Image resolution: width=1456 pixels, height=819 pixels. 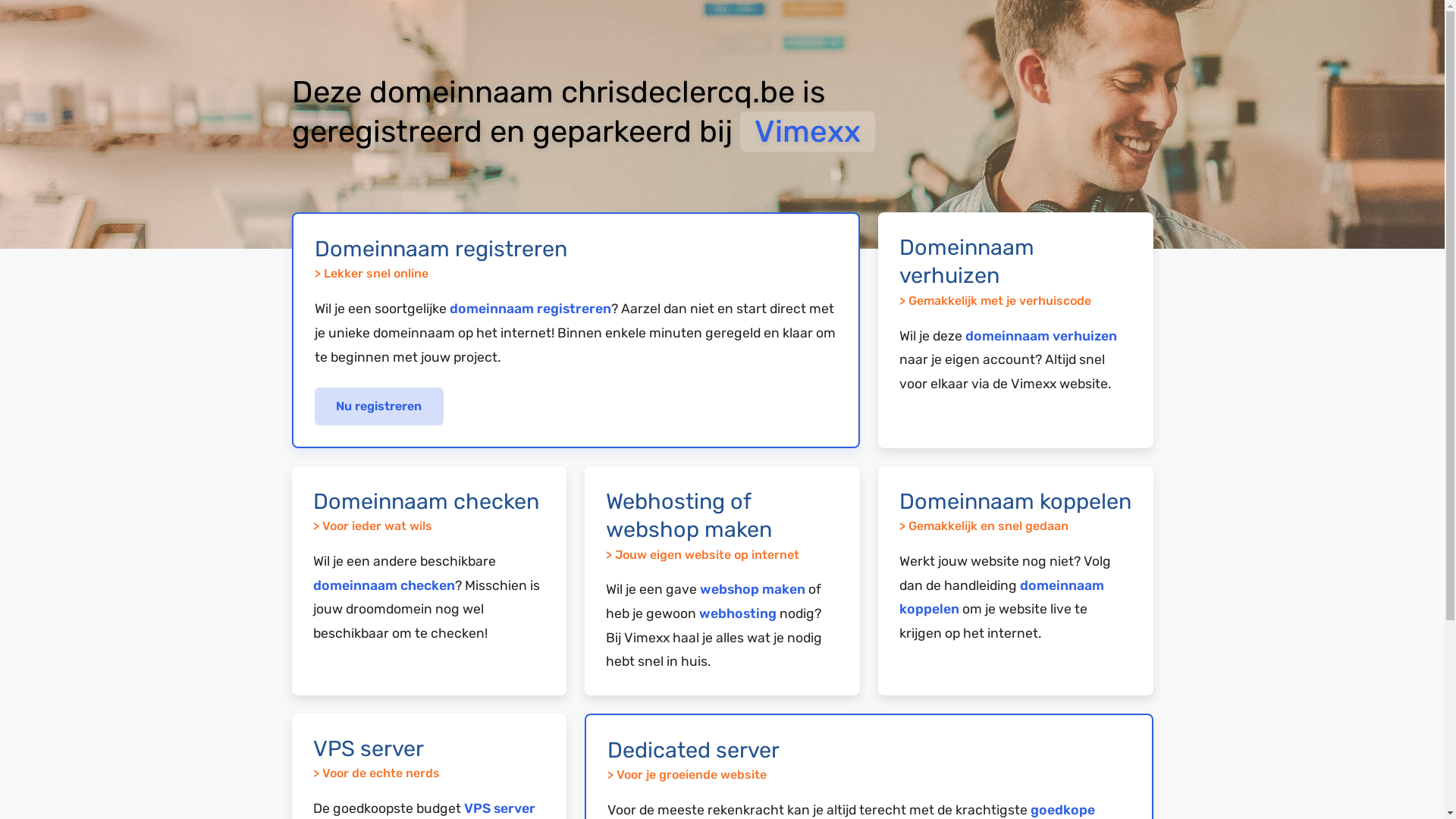 I want to click on 'domeinnaam koppelen', so click(x=1001, y=596).